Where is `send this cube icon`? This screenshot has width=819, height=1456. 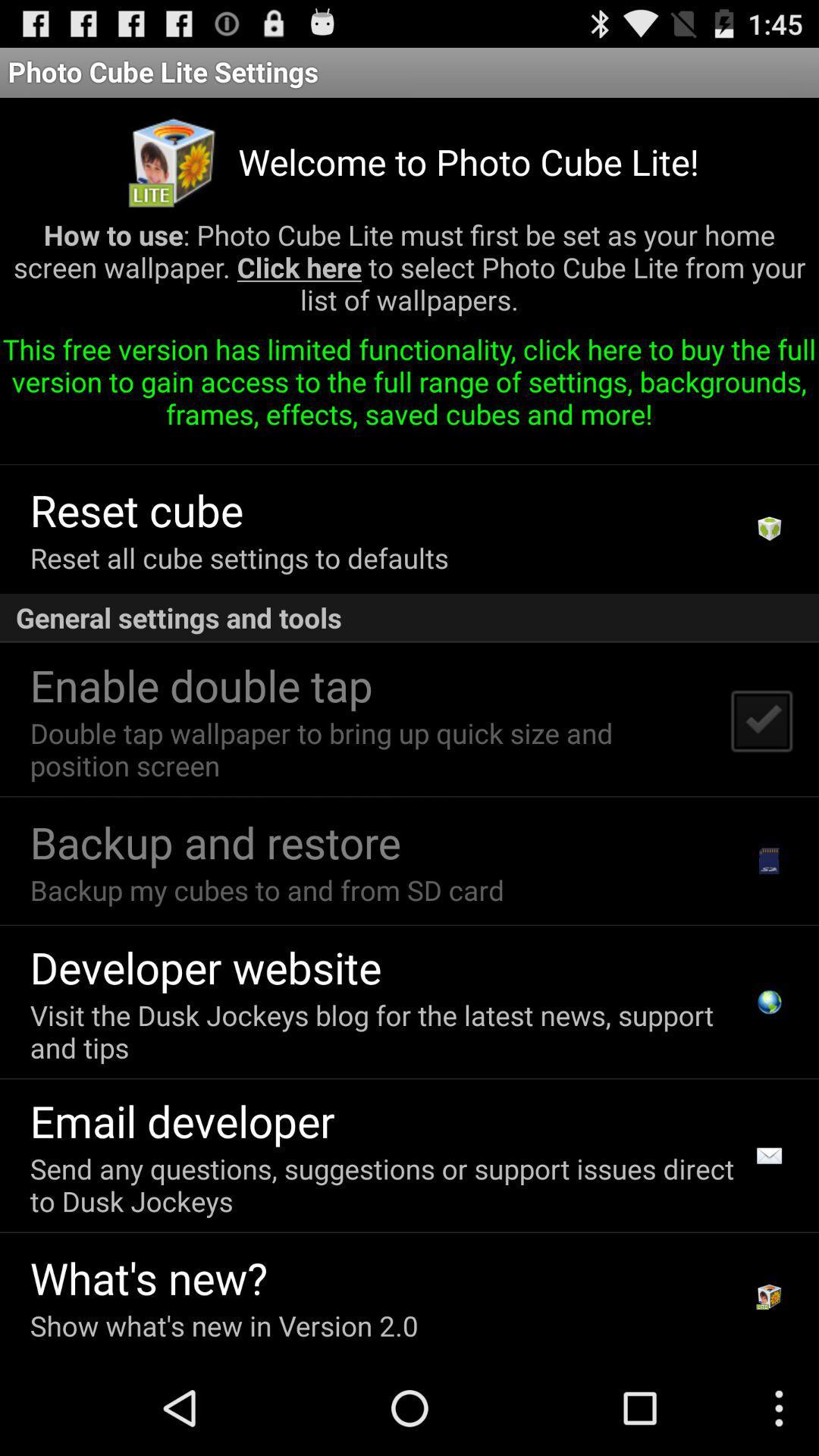 send this cube icon is located at coordinates (294, 445).